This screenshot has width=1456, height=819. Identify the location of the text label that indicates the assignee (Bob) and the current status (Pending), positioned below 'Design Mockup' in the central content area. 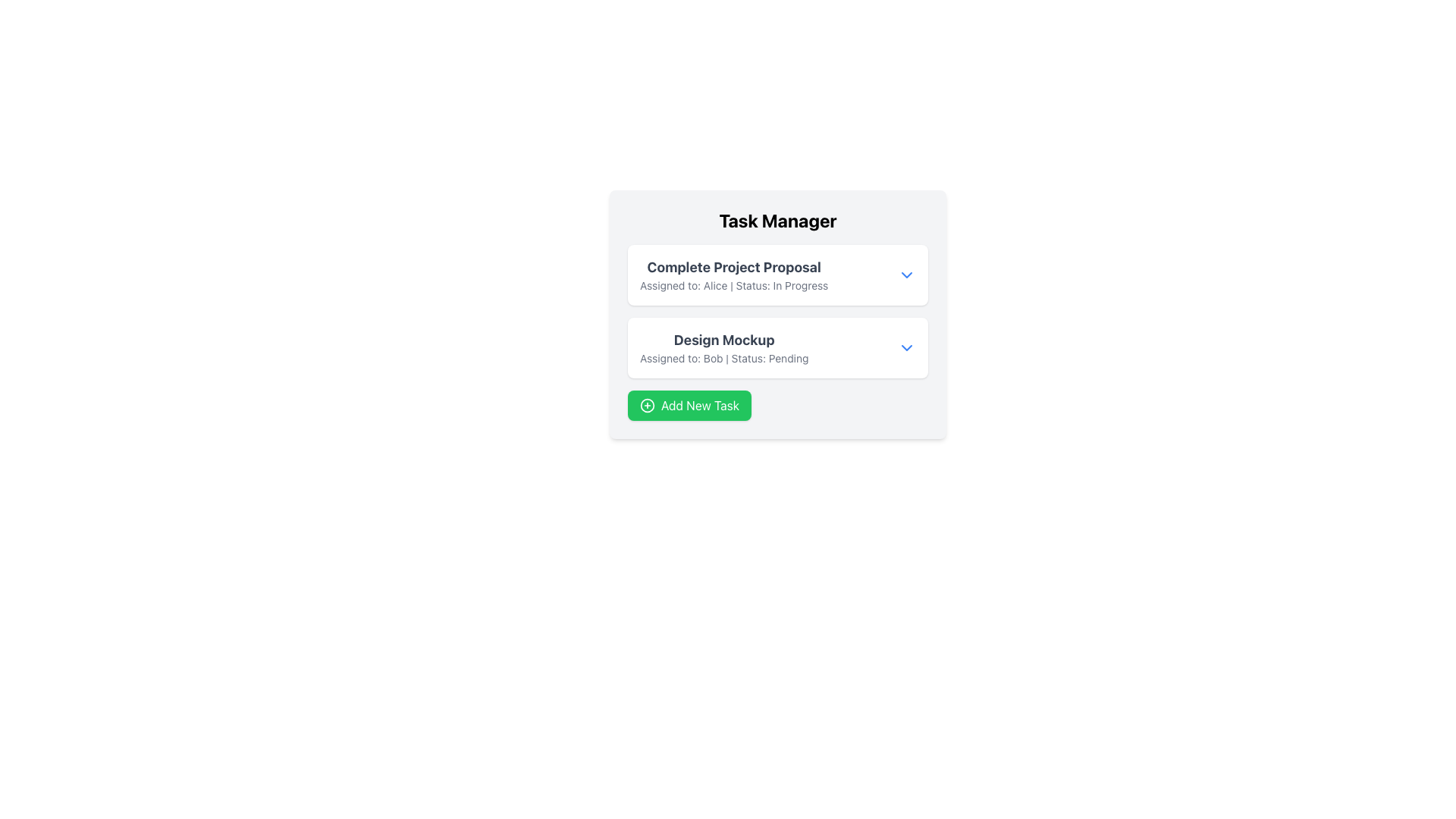
(723, 359).